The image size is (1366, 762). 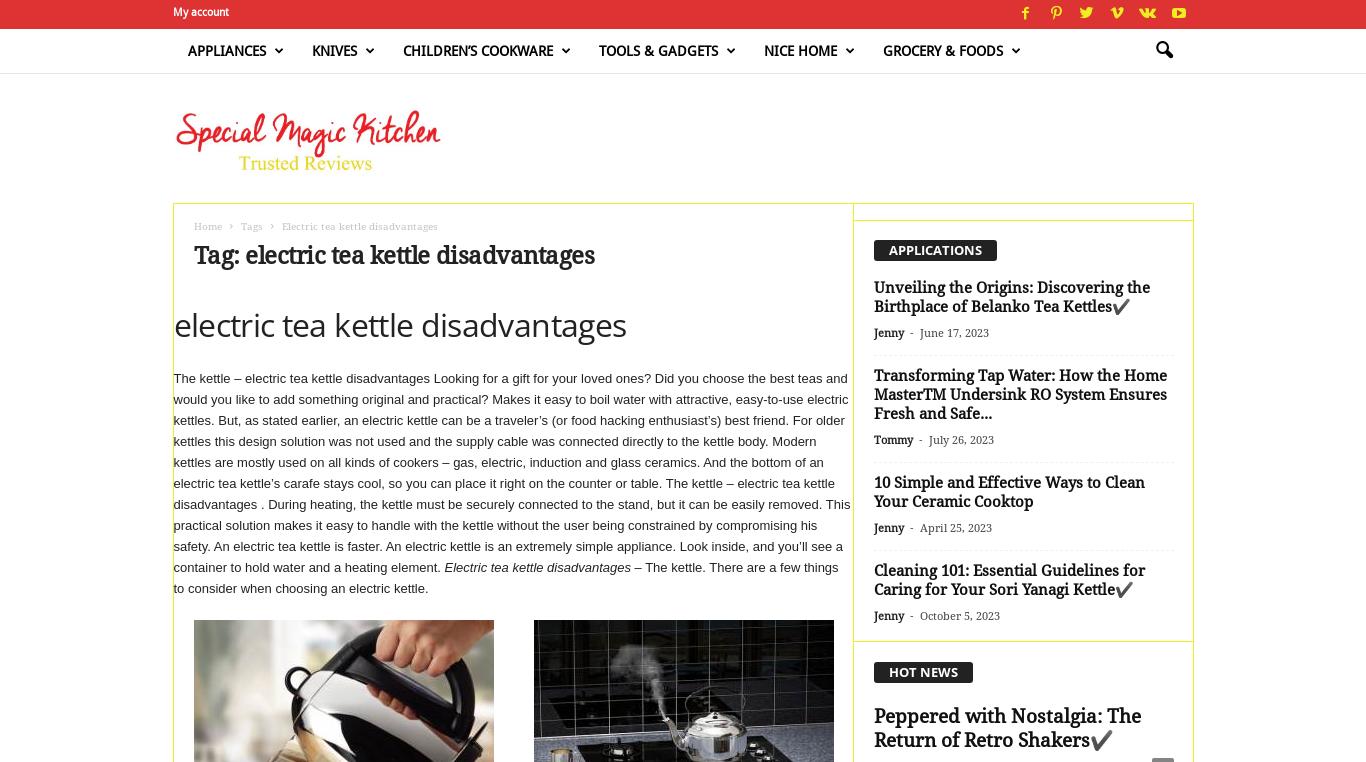 I want to click on 'Tags', so click(x=250, y=226).